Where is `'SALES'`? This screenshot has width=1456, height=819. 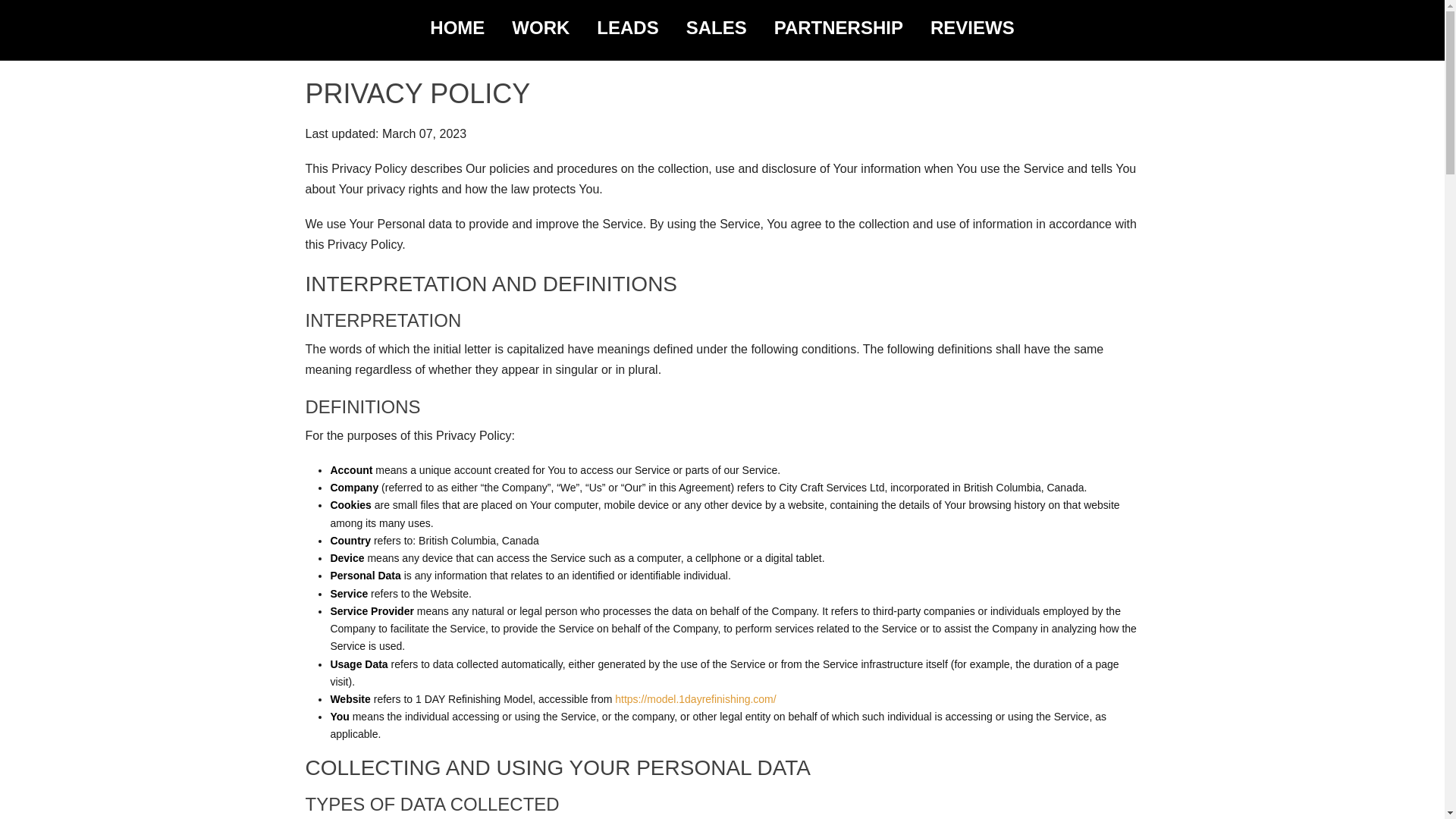
'SALES' is located at coordinates (716, 28).